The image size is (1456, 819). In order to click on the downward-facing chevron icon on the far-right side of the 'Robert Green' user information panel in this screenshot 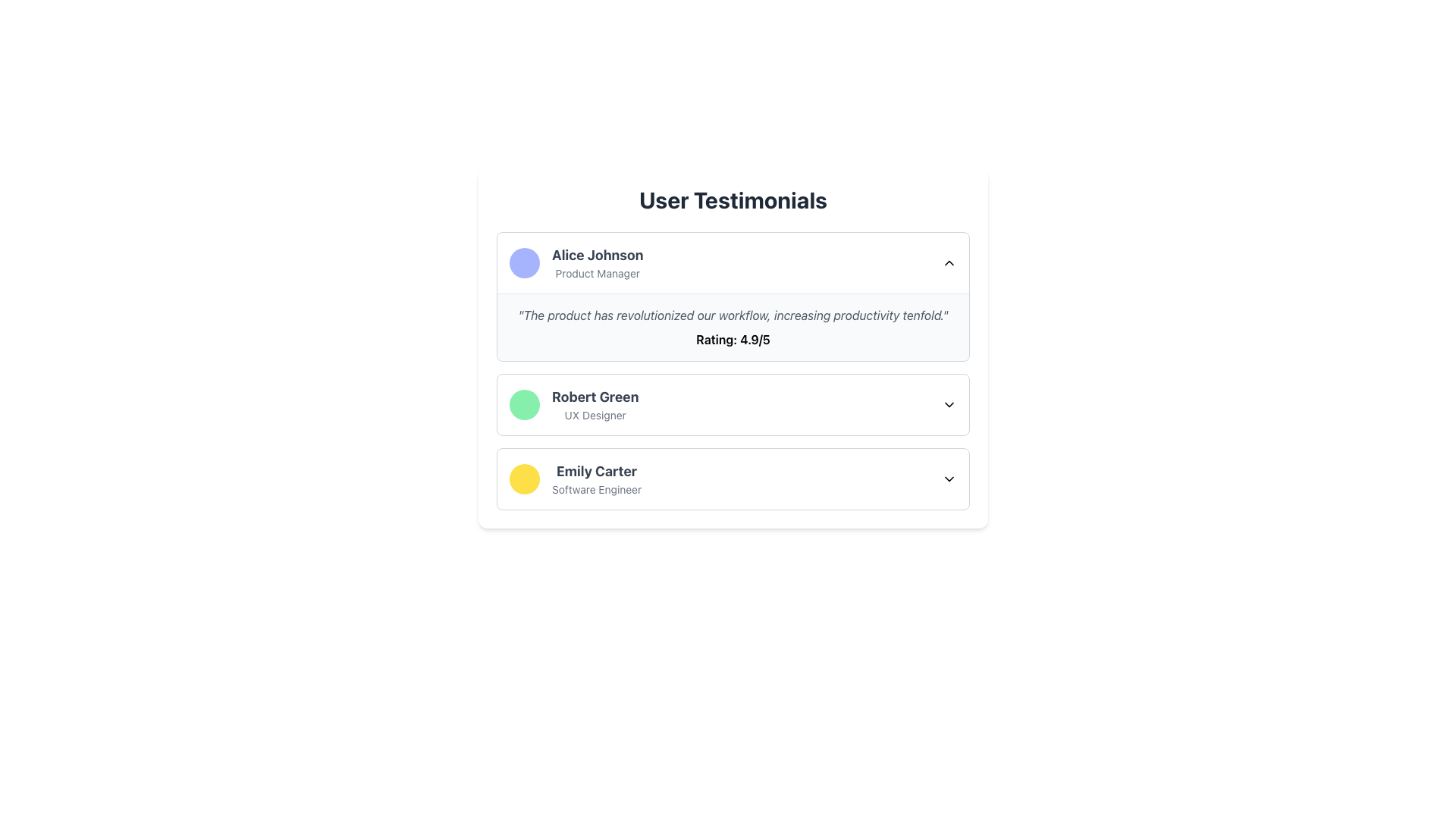, I will do `click(949, 403)`.